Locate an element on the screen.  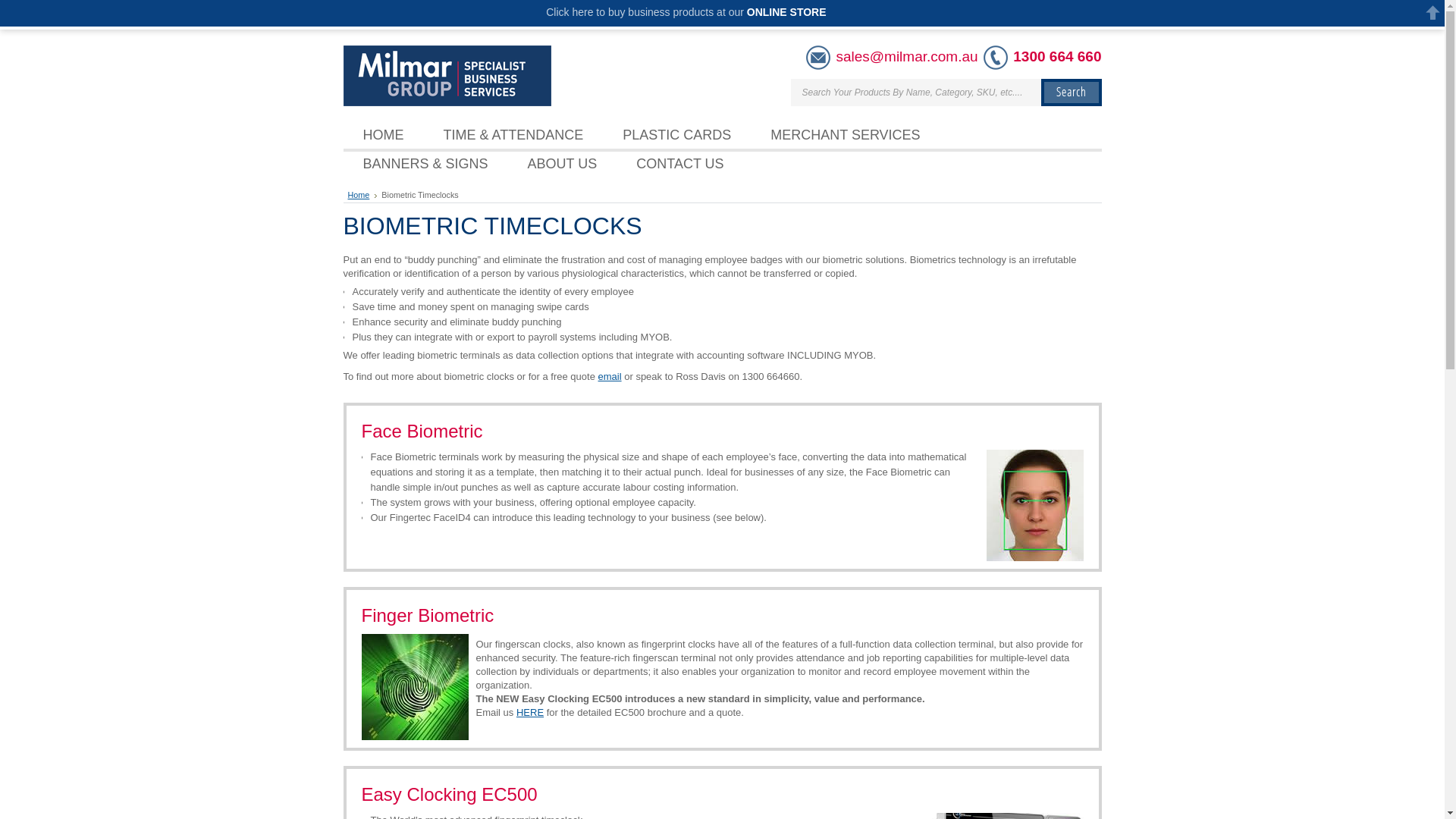
'email' is located at coordinates (597, 375).